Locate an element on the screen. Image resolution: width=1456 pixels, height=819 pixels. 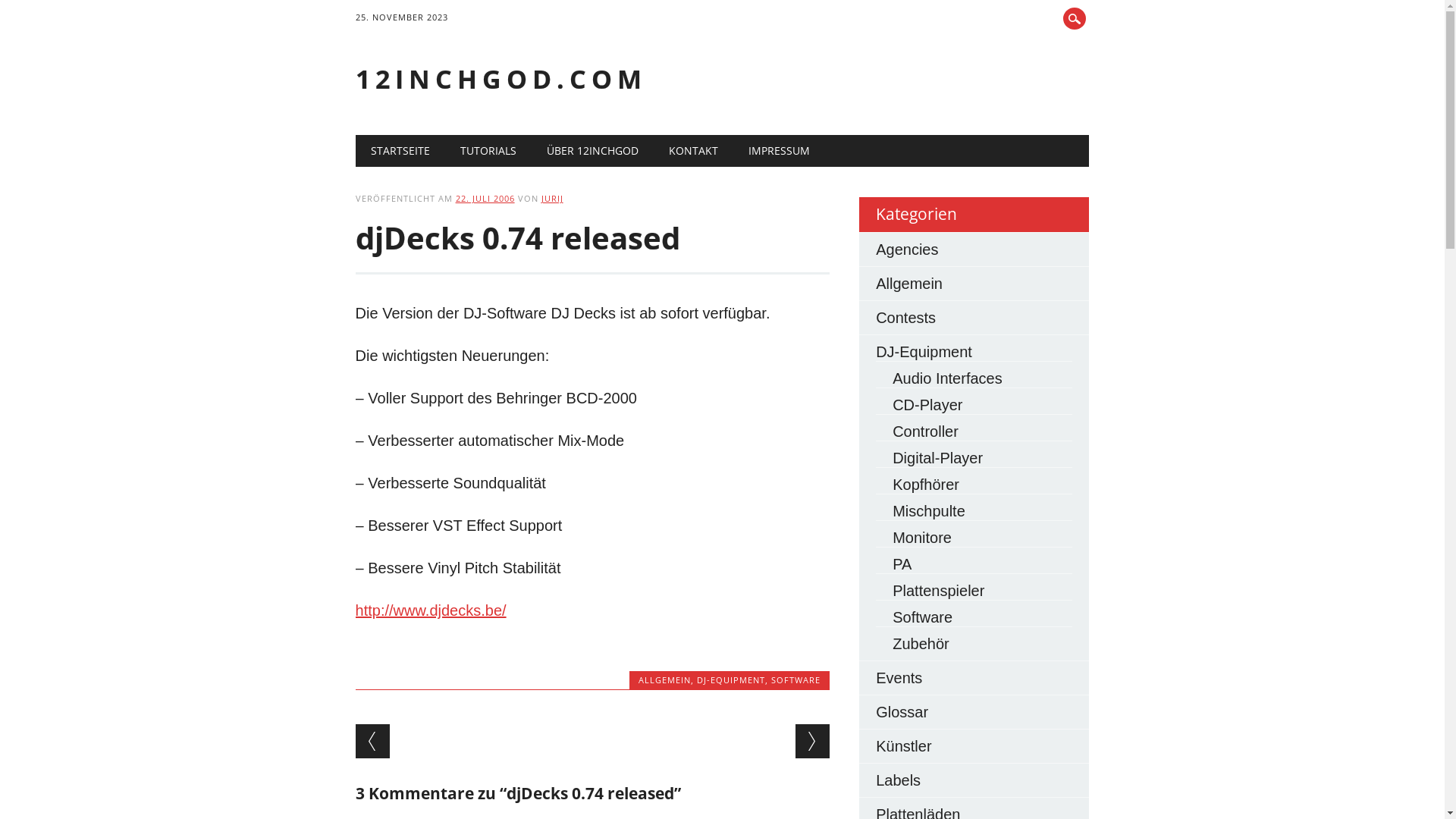
'Mischpulte' is located at coordinates (927, 511).